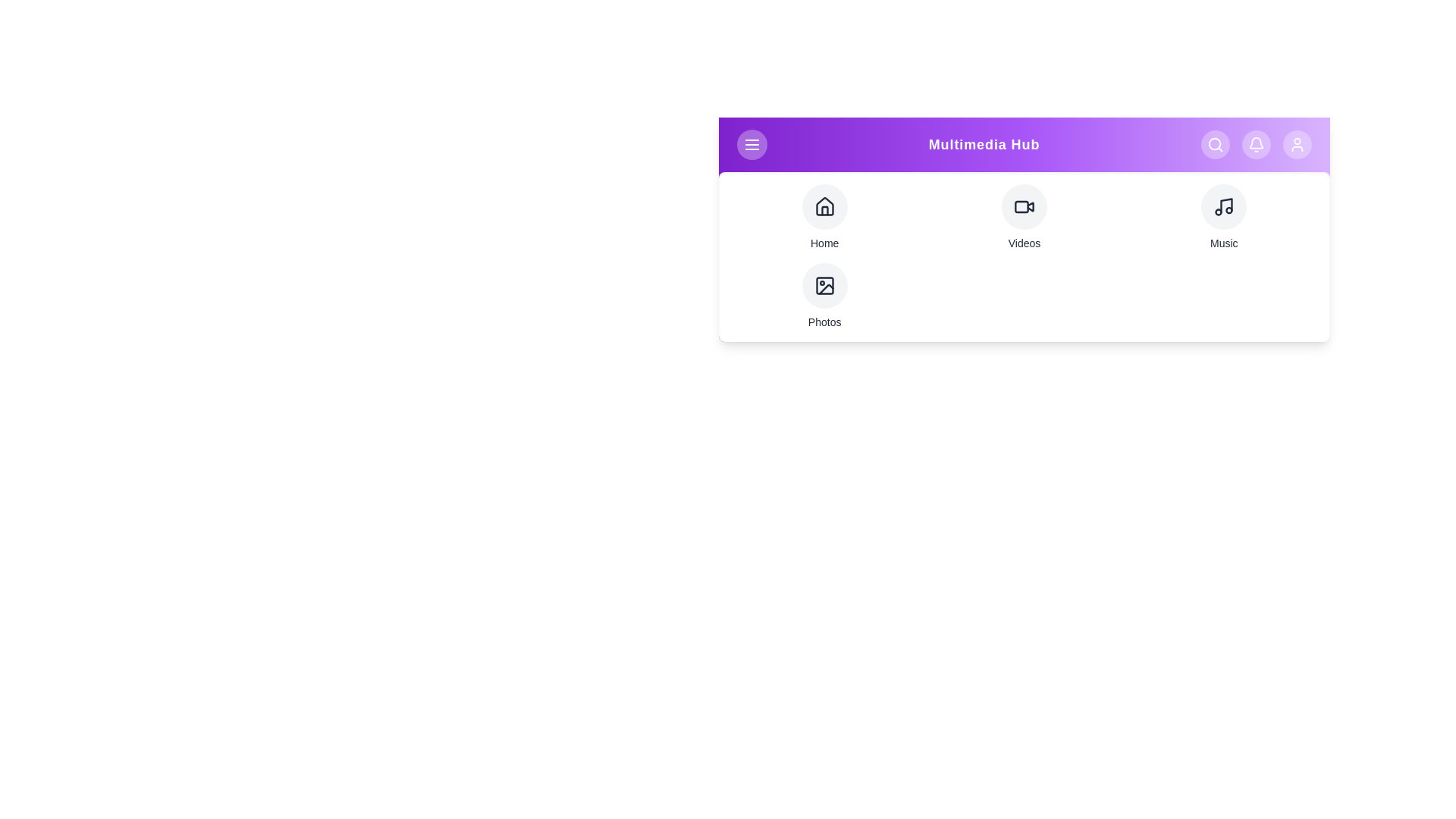  Describe the element at coordinates (1256, 145) in the screenshot. I see `the Notifications button` at that location.